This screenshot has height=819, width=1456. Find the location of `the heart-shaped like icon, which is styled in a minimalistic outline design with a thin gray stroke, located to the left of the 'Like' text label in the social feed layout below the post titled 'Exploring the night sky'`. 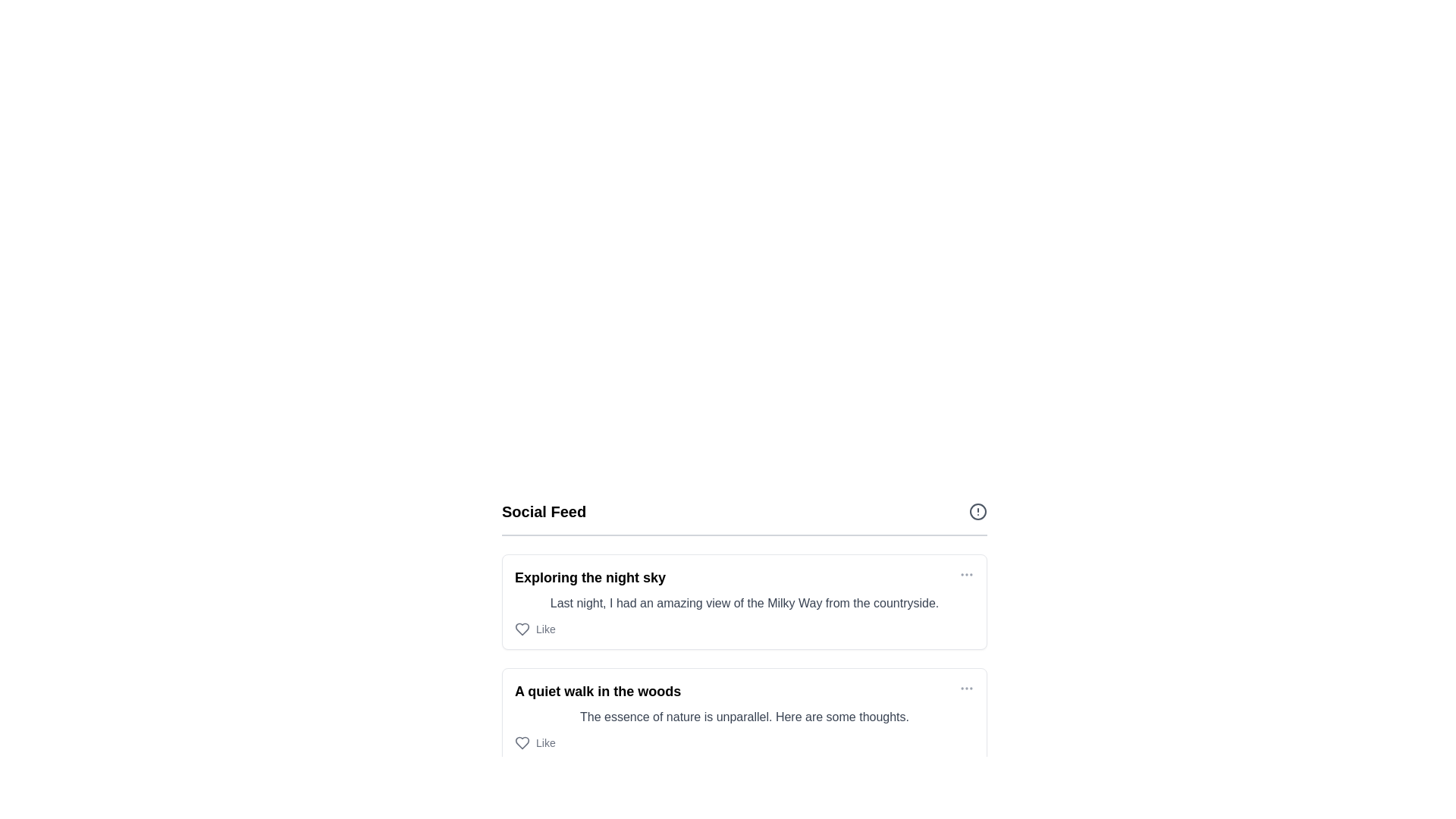

the heart-shaped like icon, which is styled in a minimalistic outline design with a thin gray stroke, located to the left of the 'Like' text label in the social feed layout below the post titled 'Exploring the night sky' is located at coordinates (522, 629).